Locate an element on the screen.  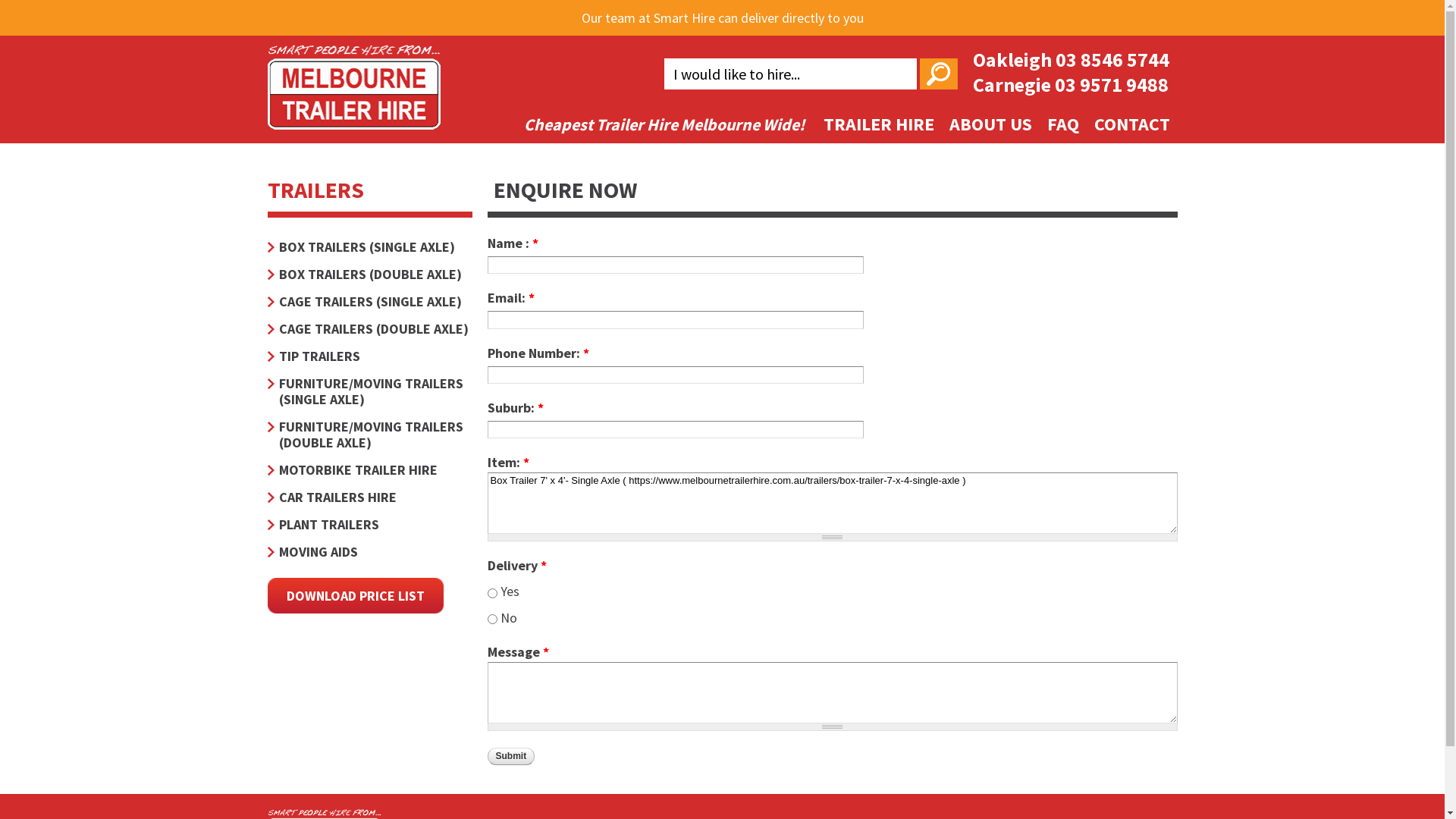
'TIP TRAILERS' is located at coordinates (369, 356).